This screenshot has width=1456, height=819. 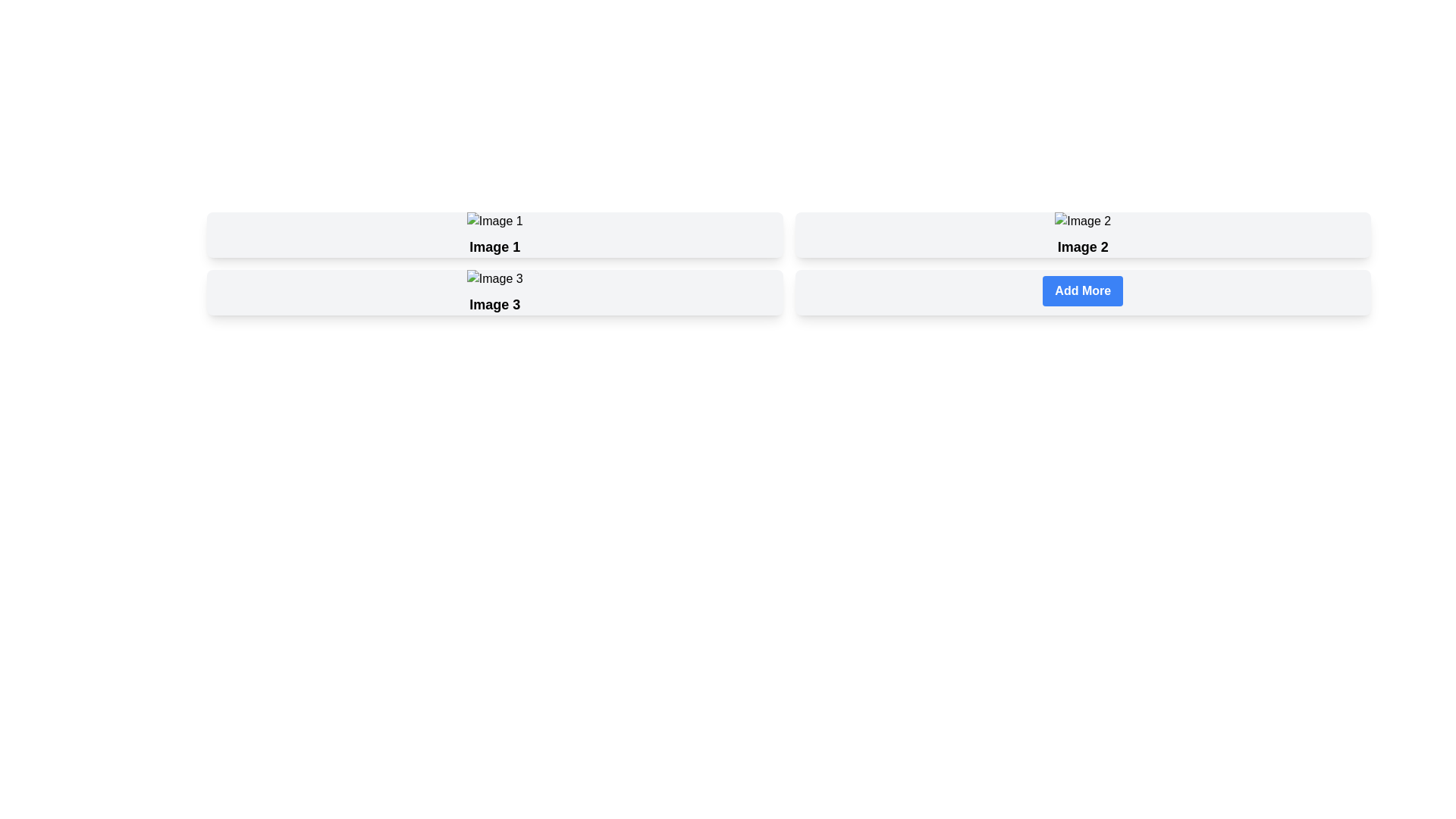 What do you see at coordinates (1082, 292) in the screenshot?
I see `the 'Add More' button located in the bottom-right section of the grid layout` at bounding box center [1082, 292].